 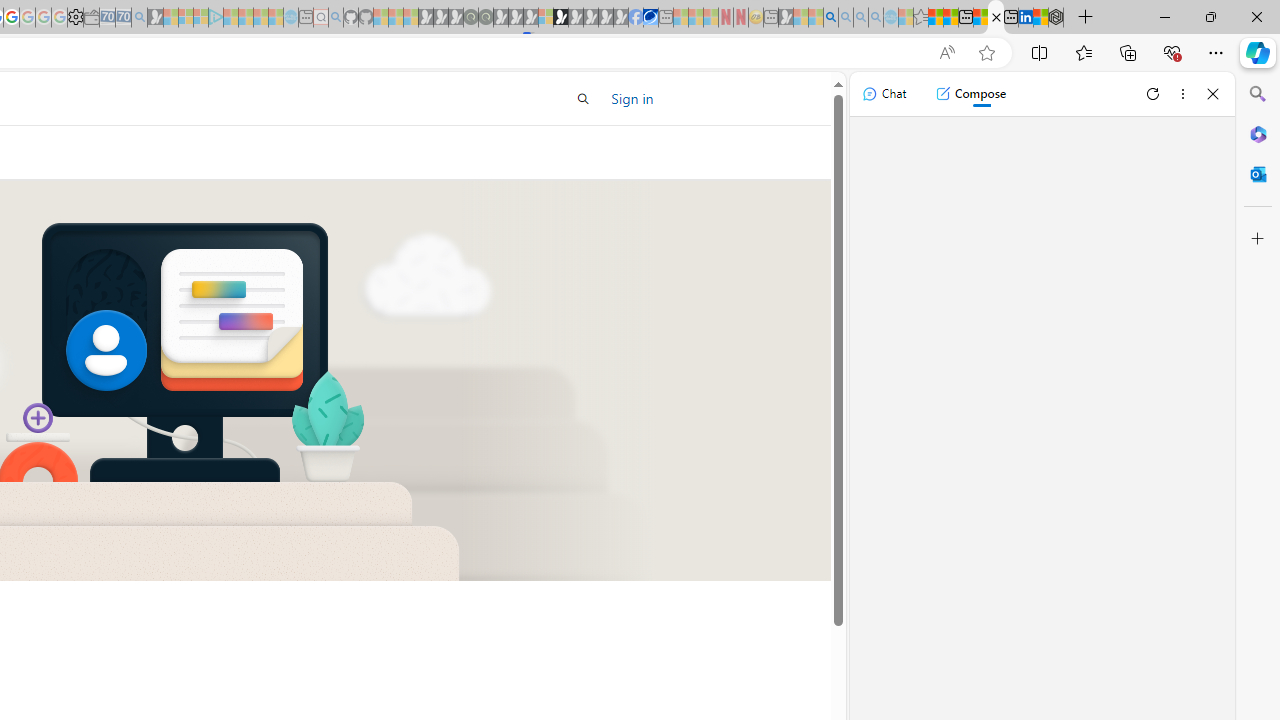 I want to click on 'Microsoft account | Privacy - Sleeping', so click(x=201, y=17).